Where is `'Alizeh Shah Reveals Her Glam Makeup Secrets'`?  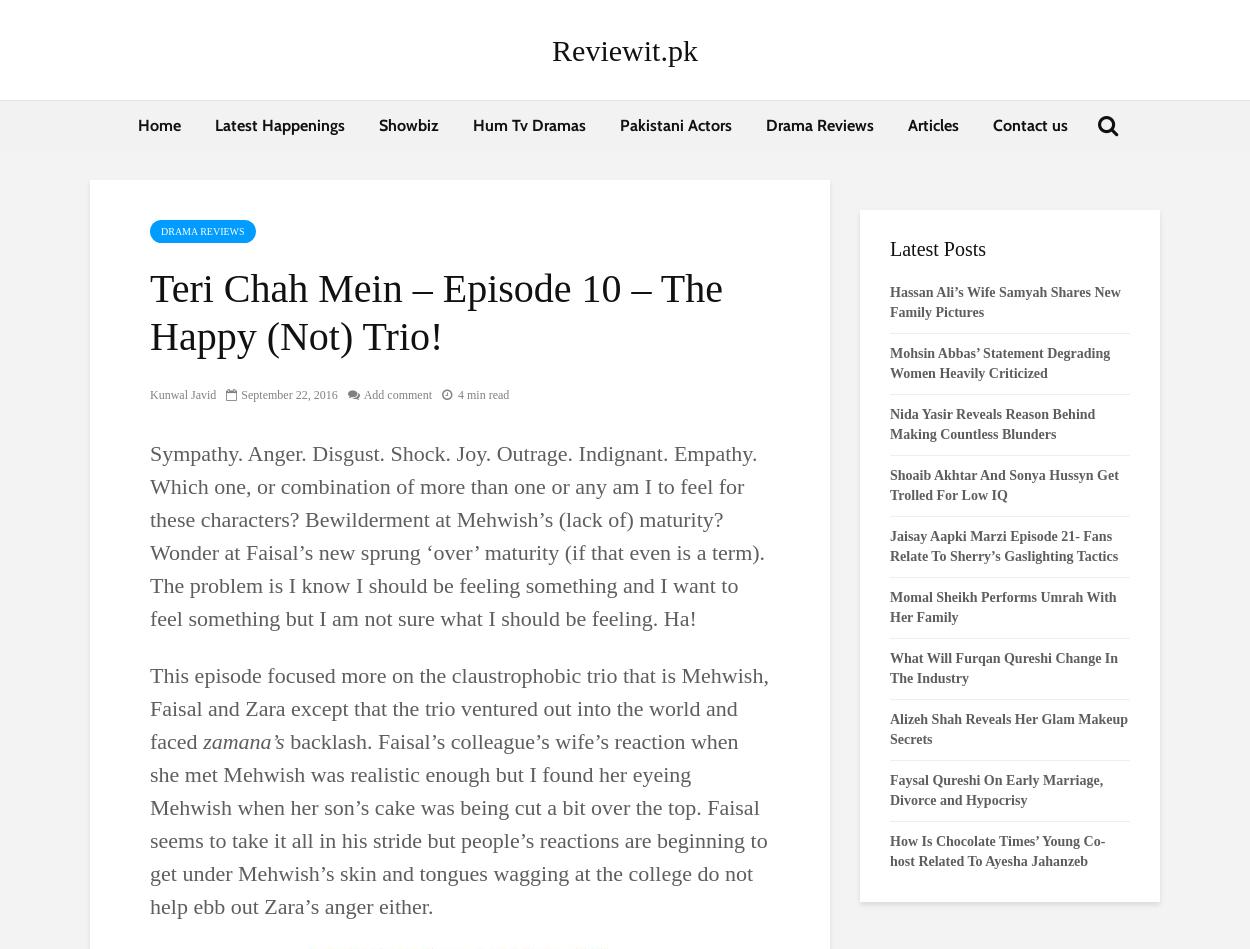 'Alizeh Shah Reveals Her Glam Makeup Secrets' is located at coordinates (1009, 729).